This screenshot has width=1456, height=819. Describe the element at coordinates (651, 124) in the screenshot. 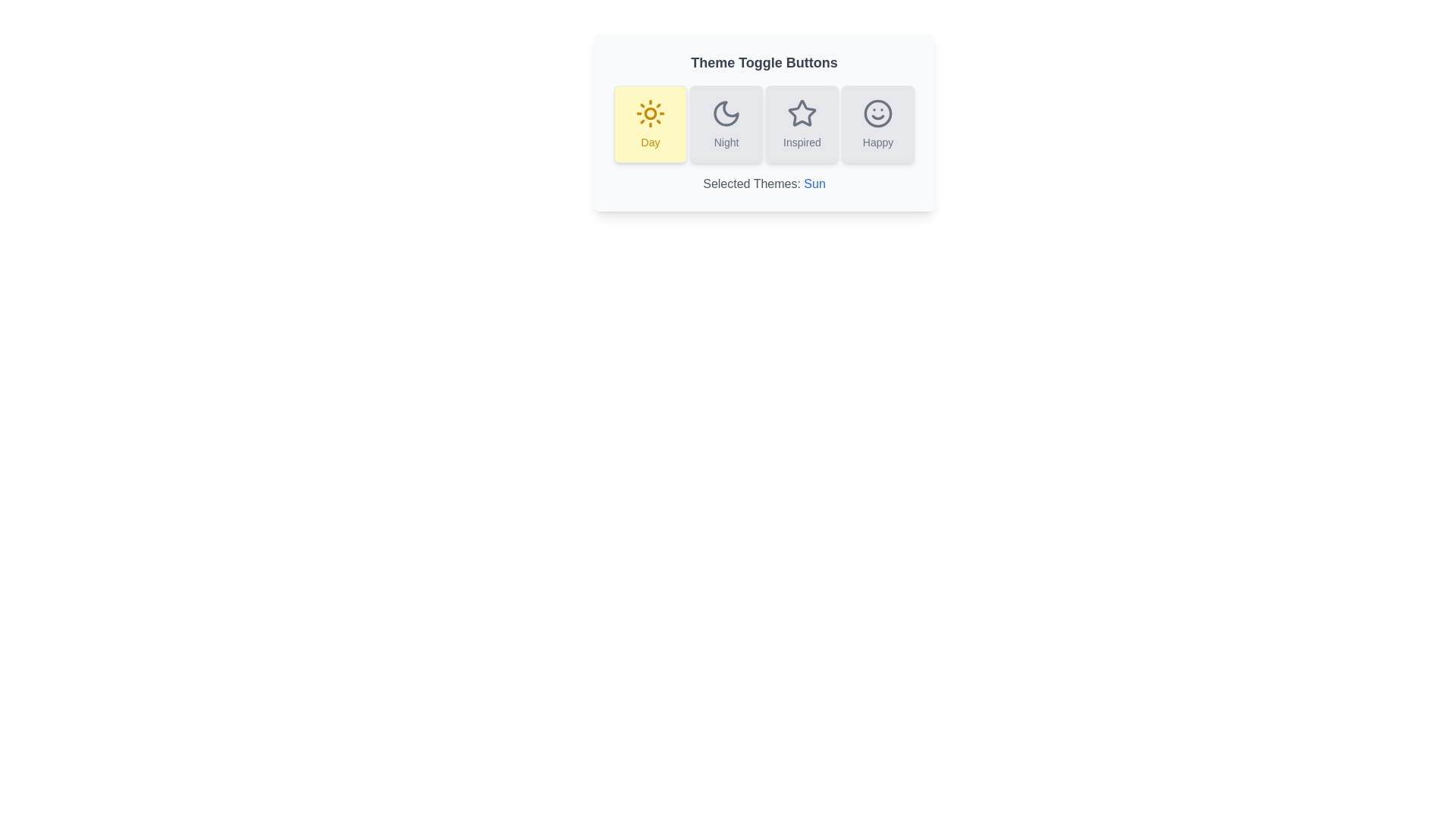

I see `the first button from the left that activates the 'day' theme` at that location.